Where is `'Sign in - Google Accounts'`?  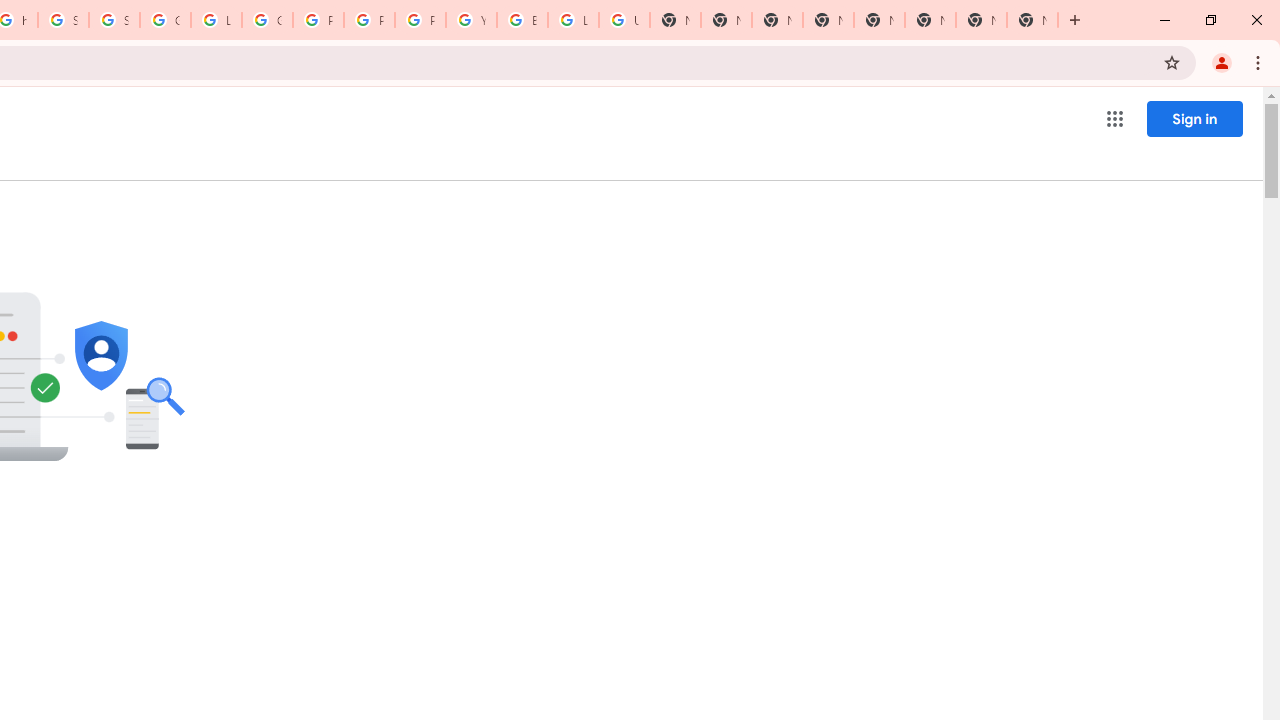
'Sign in - Google Accounts' is located at coordinates (112, 20).